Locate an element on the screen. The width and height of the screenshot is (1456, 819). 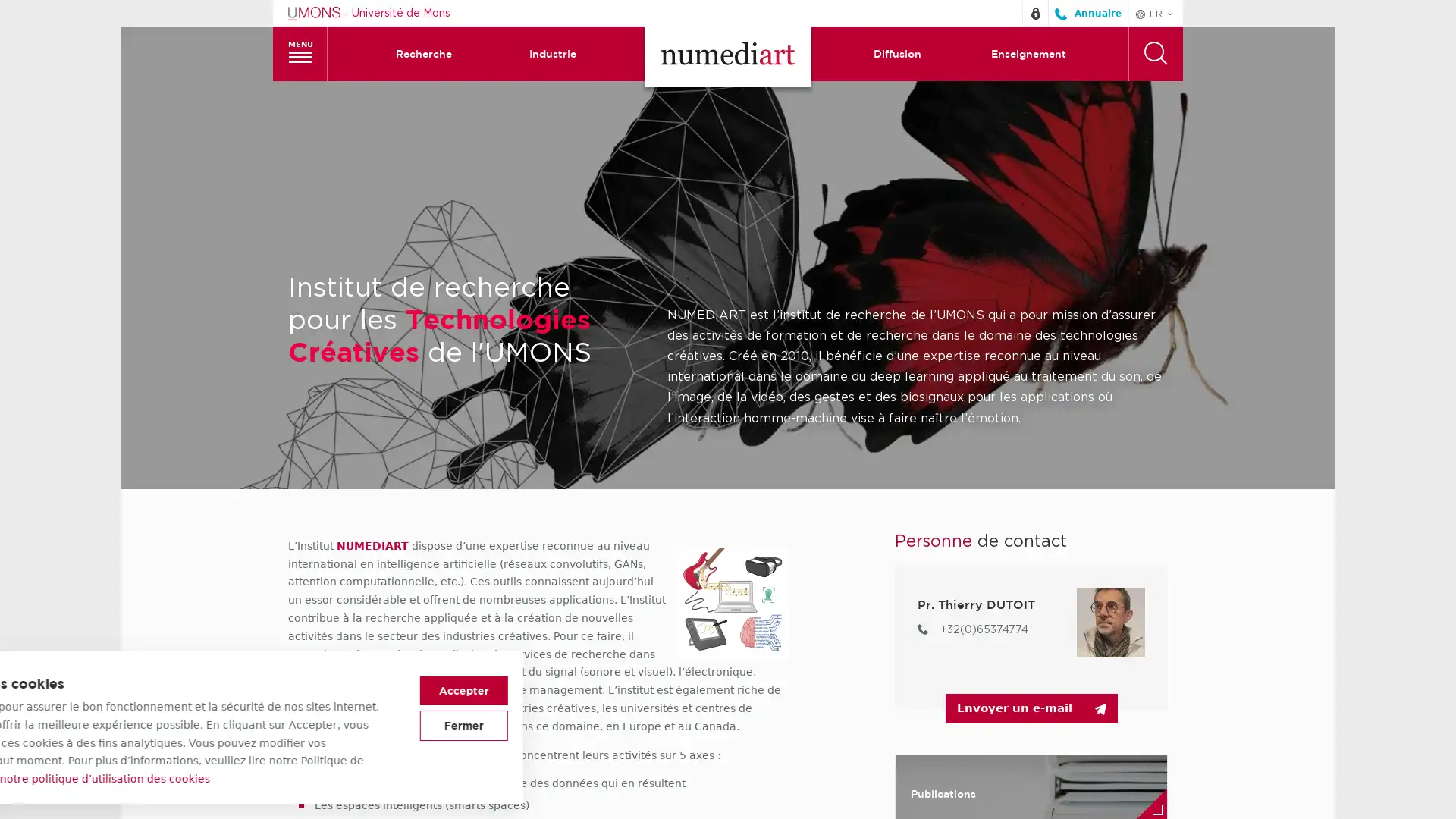
Accepter is located at coordinates (1010, 690).